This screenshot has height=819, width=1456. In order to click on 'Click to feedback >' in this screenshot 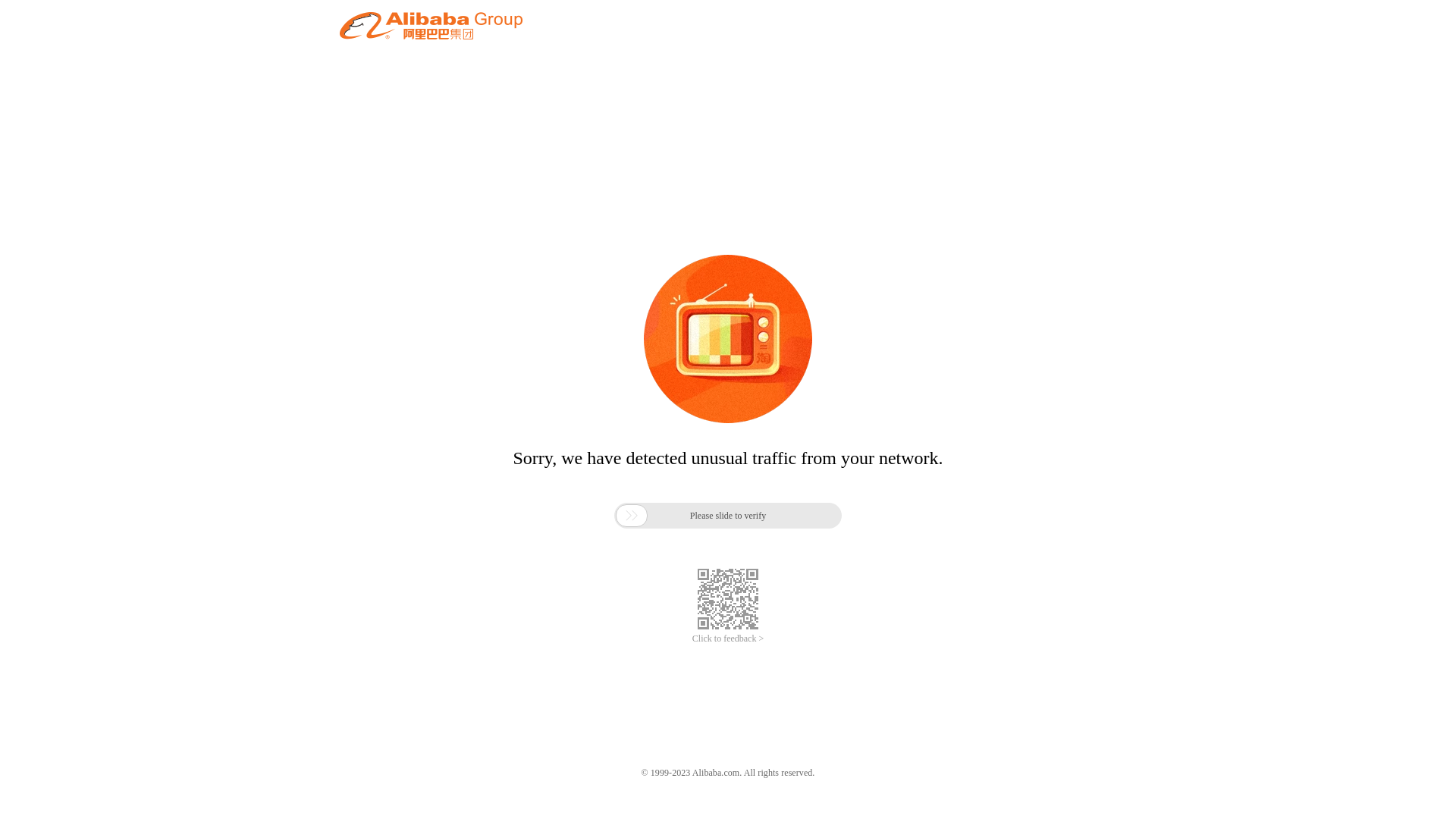, I will do `click(728, 639)`.